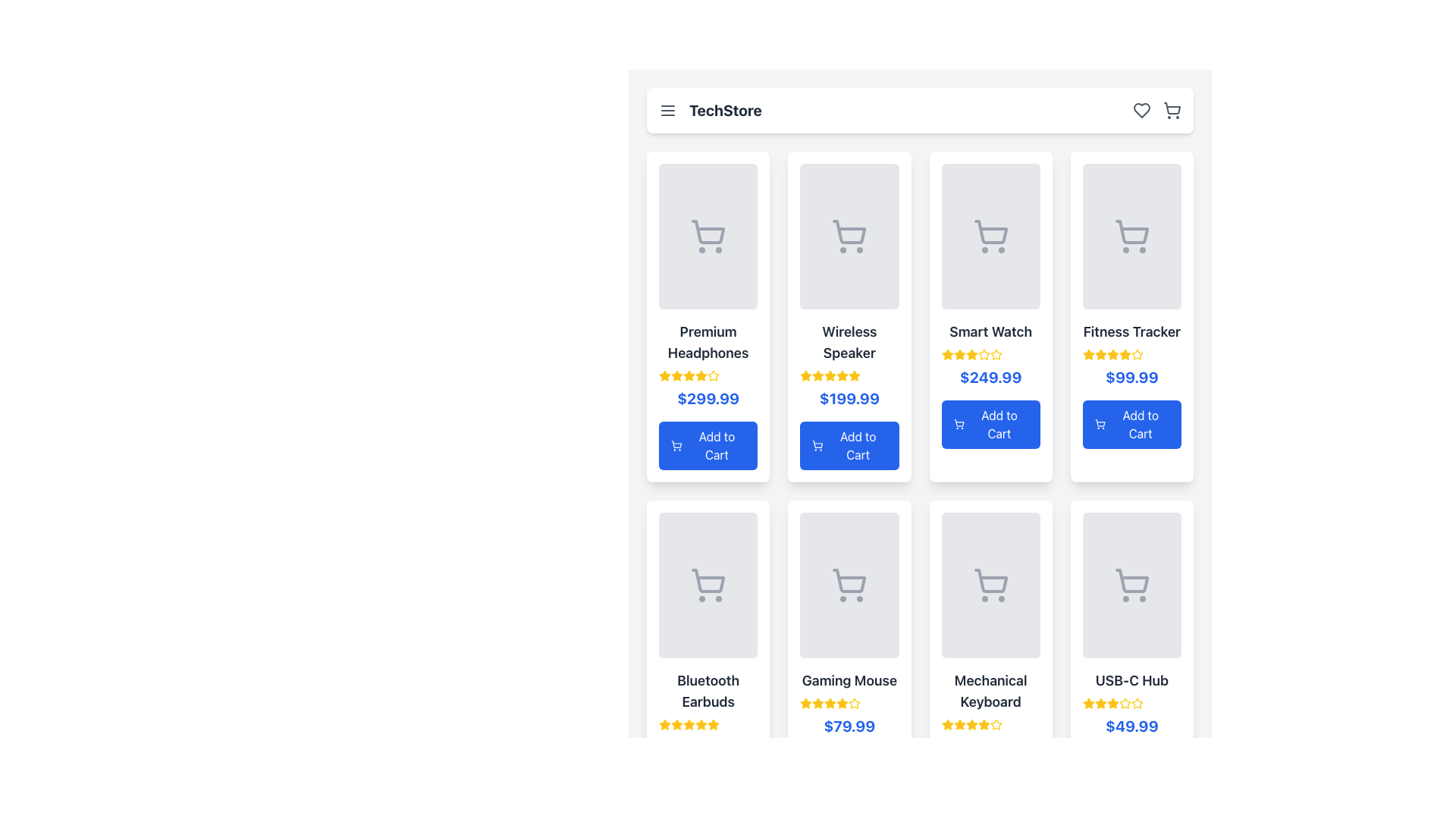 This screenshot has width=1456, height=819. Describe the element at coordinates (990, 584) in the screenshot. I see `the shopping cart icon, which is a minimalistic gray outline with circular wheels` at that location.